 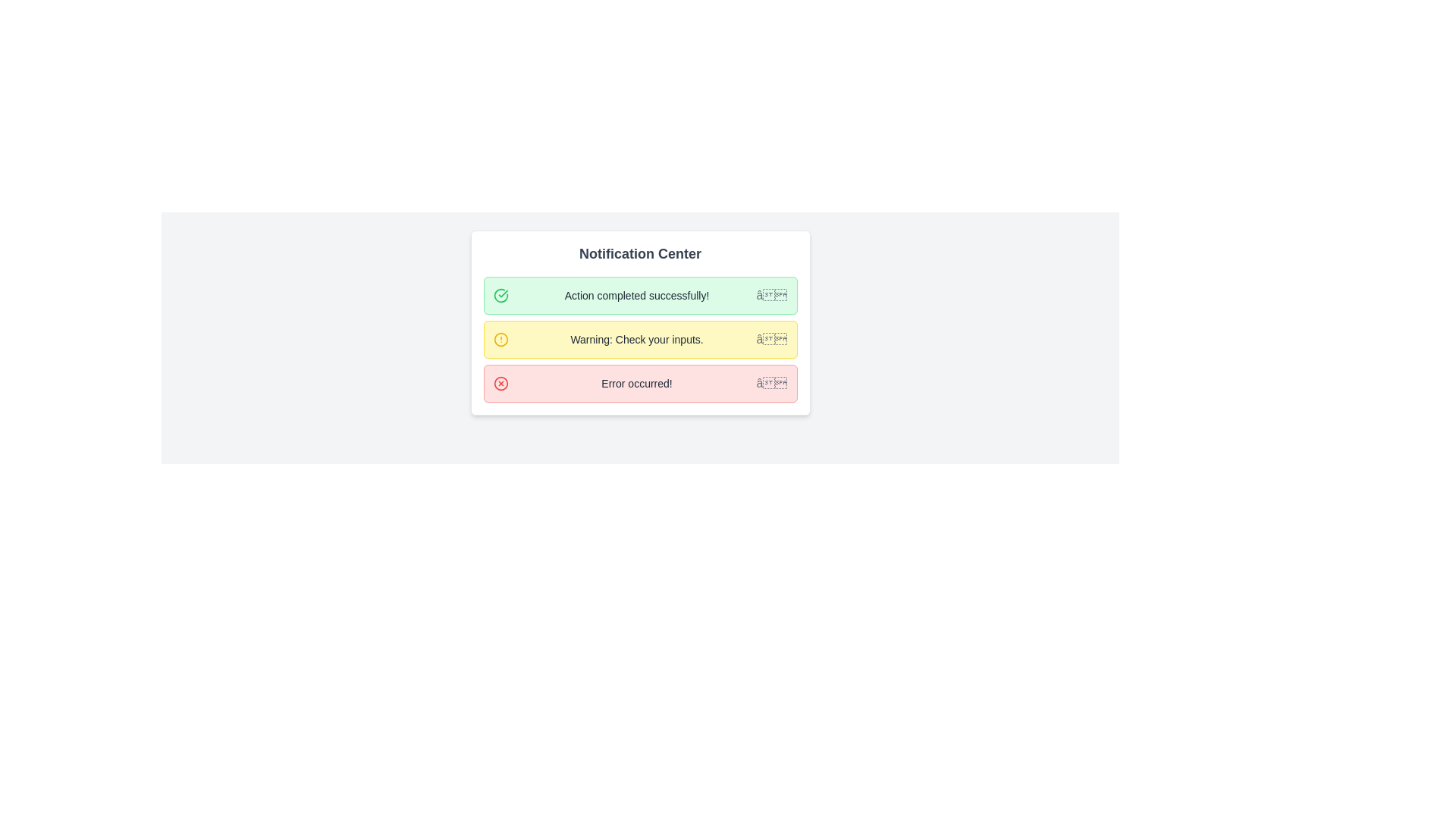 I want to click on the green circular icon with a checkmark, which indicates success, located to the left of the notification text 'Action completed successfully!', so click(x=500, y=295).